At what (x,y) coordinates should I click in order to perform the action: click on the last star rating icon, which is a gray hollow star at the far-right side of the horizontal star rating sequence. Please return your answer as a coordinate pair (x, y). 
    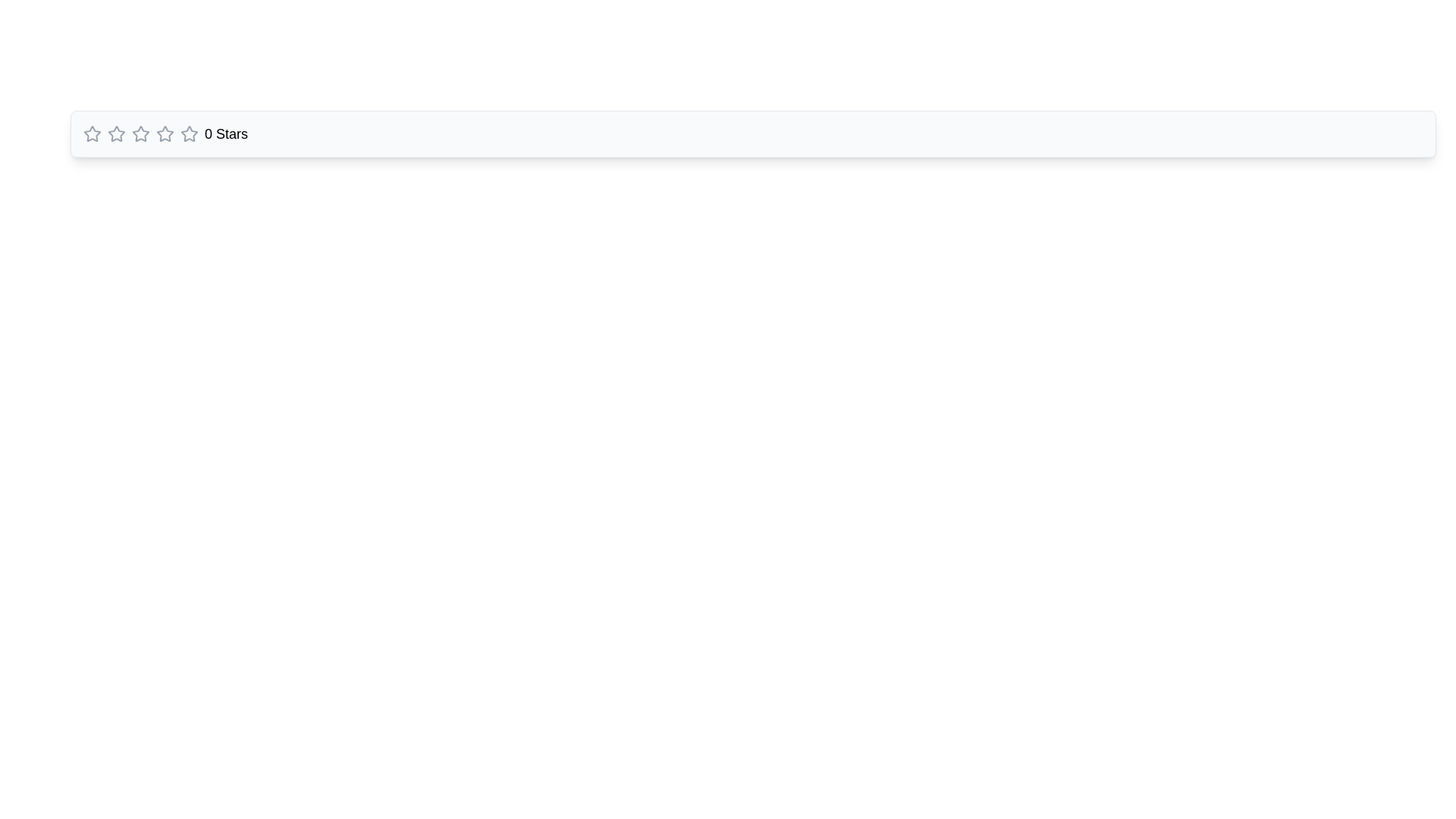
    Looking at the image, I should click on (188, 133).